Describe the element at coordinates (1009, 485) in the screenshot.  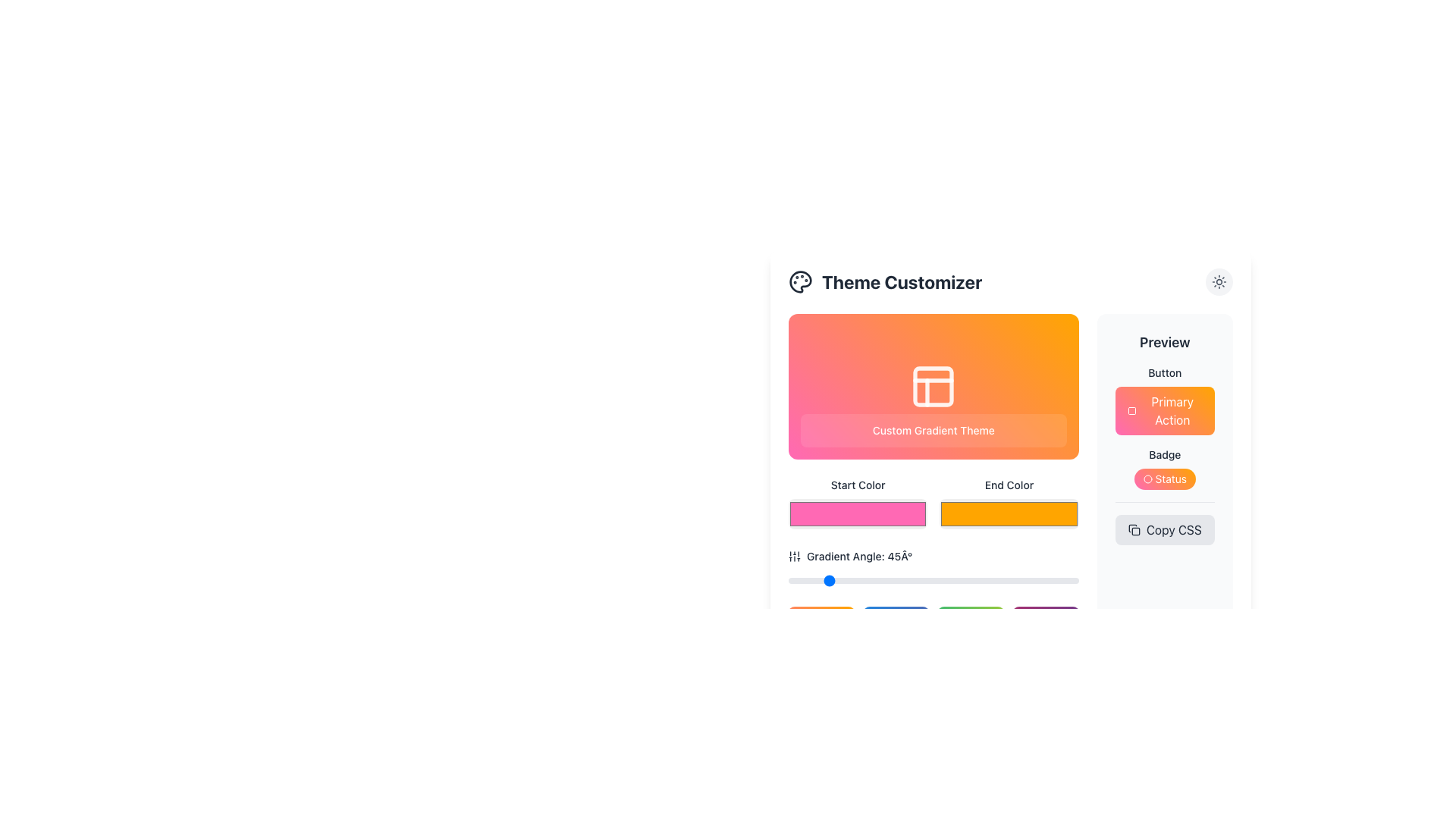
I see `the descriptive label for the 'End Color' color picker input, which is located below the 'Custom Gradient Theme' header and above the color picker input field` at that location.